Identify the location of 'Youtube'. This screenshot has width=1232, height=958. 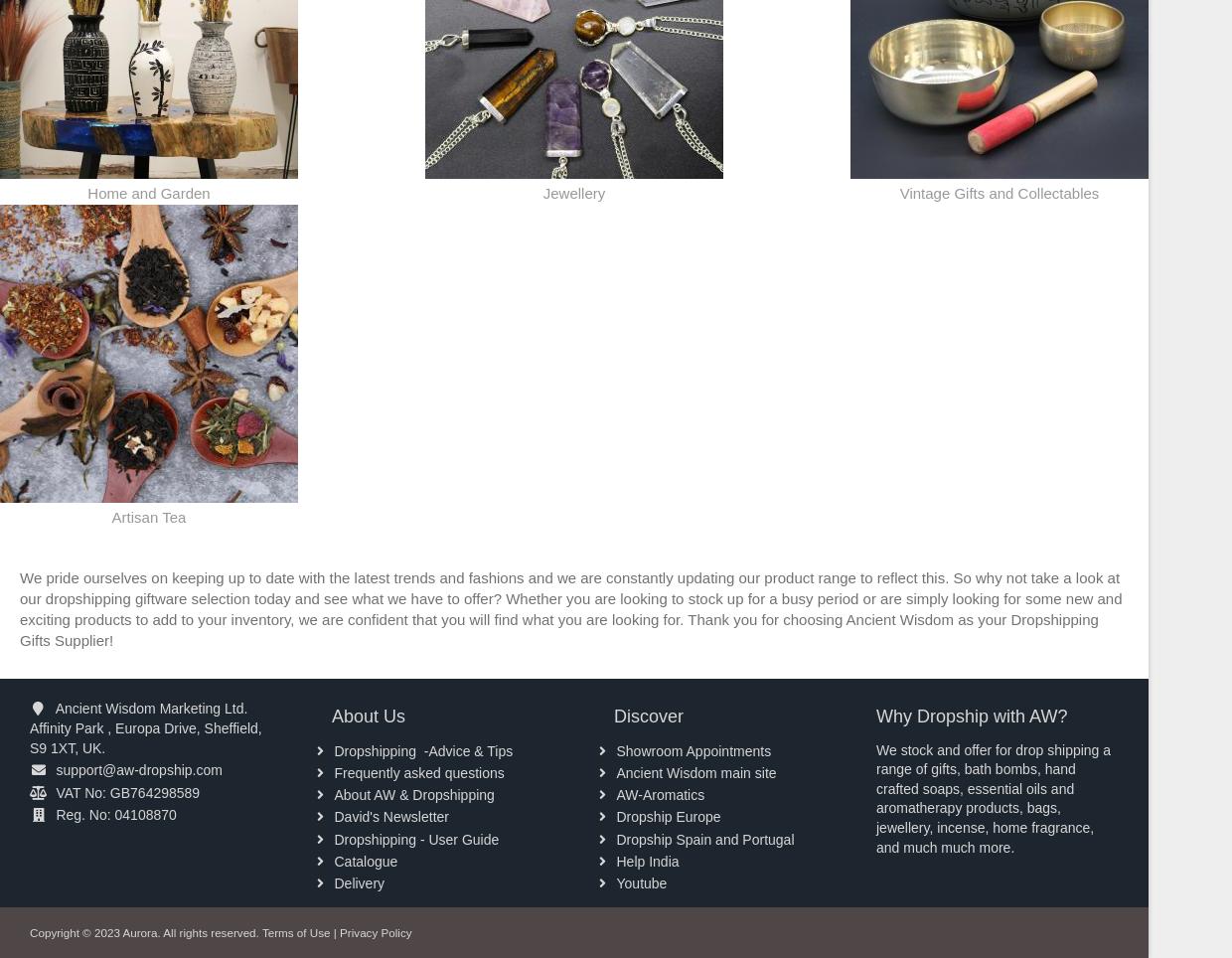
(640, 882).